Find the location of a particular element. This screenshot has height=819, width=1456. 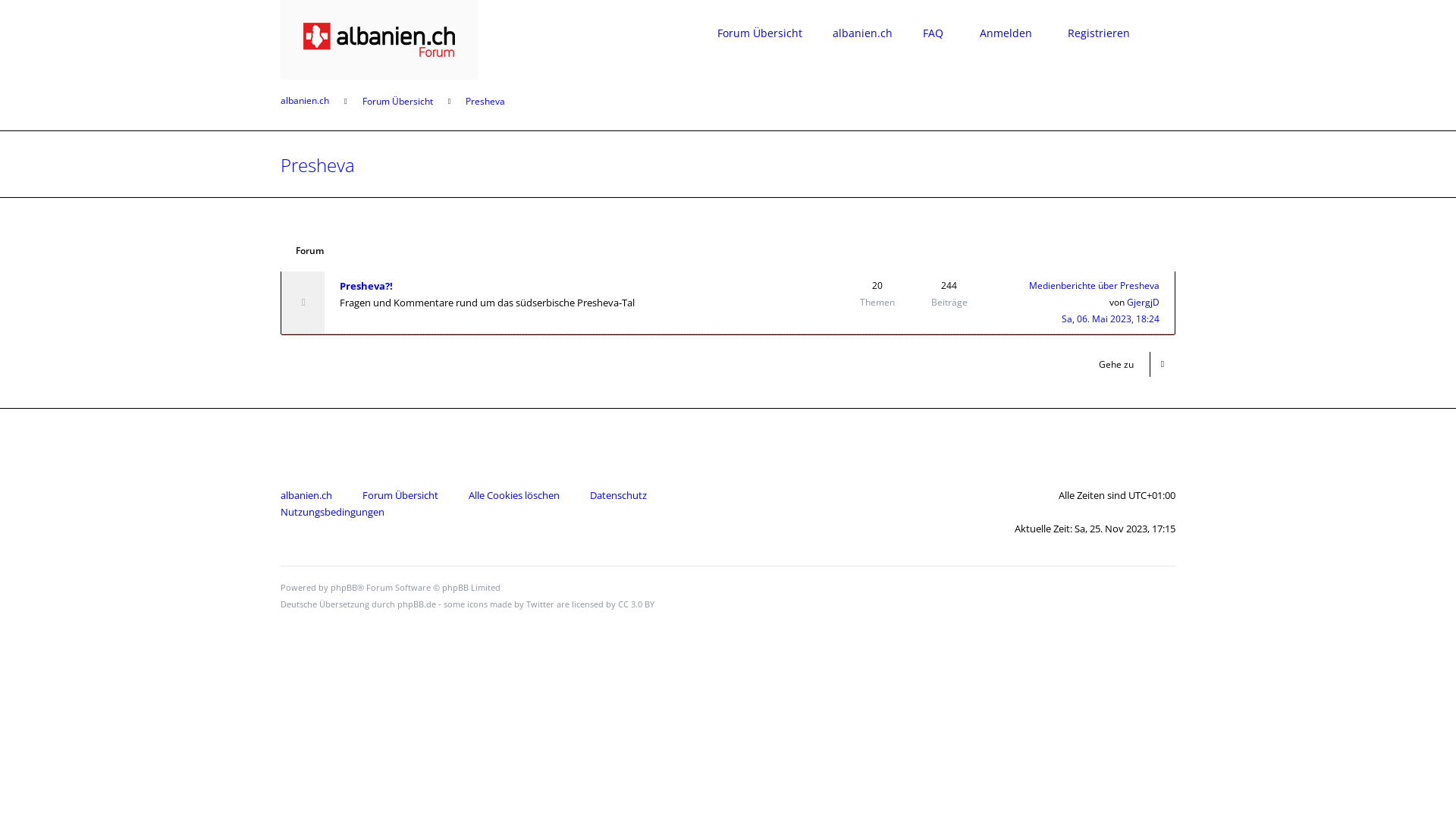

'CC 3.0 BY' is located at coordinates (636, 603).